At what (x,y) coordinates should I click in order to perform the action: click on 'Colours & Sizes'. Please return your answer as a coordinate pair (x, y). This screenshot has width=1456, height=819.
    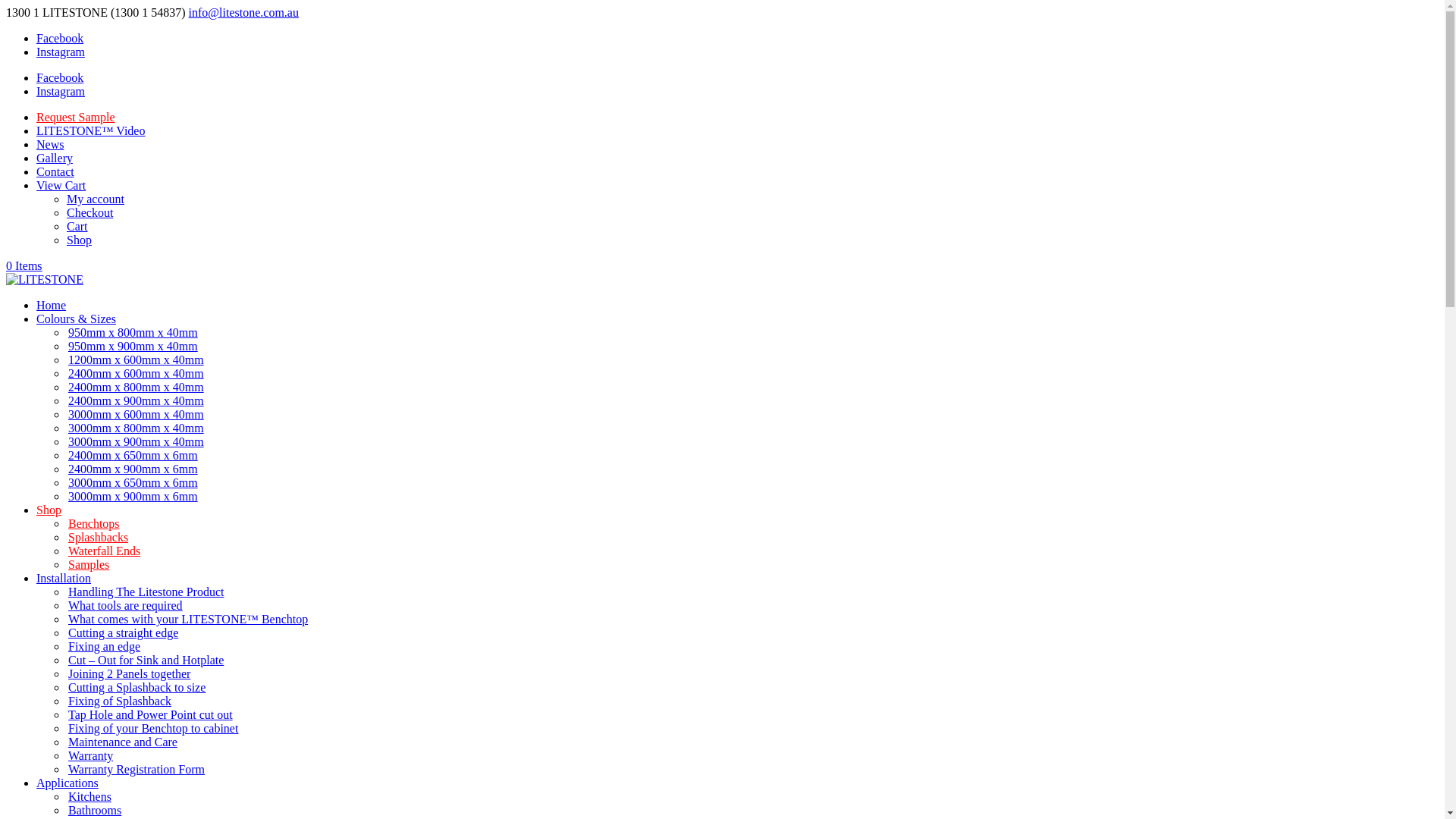
    Looking at the image, I should click on (75, 318).